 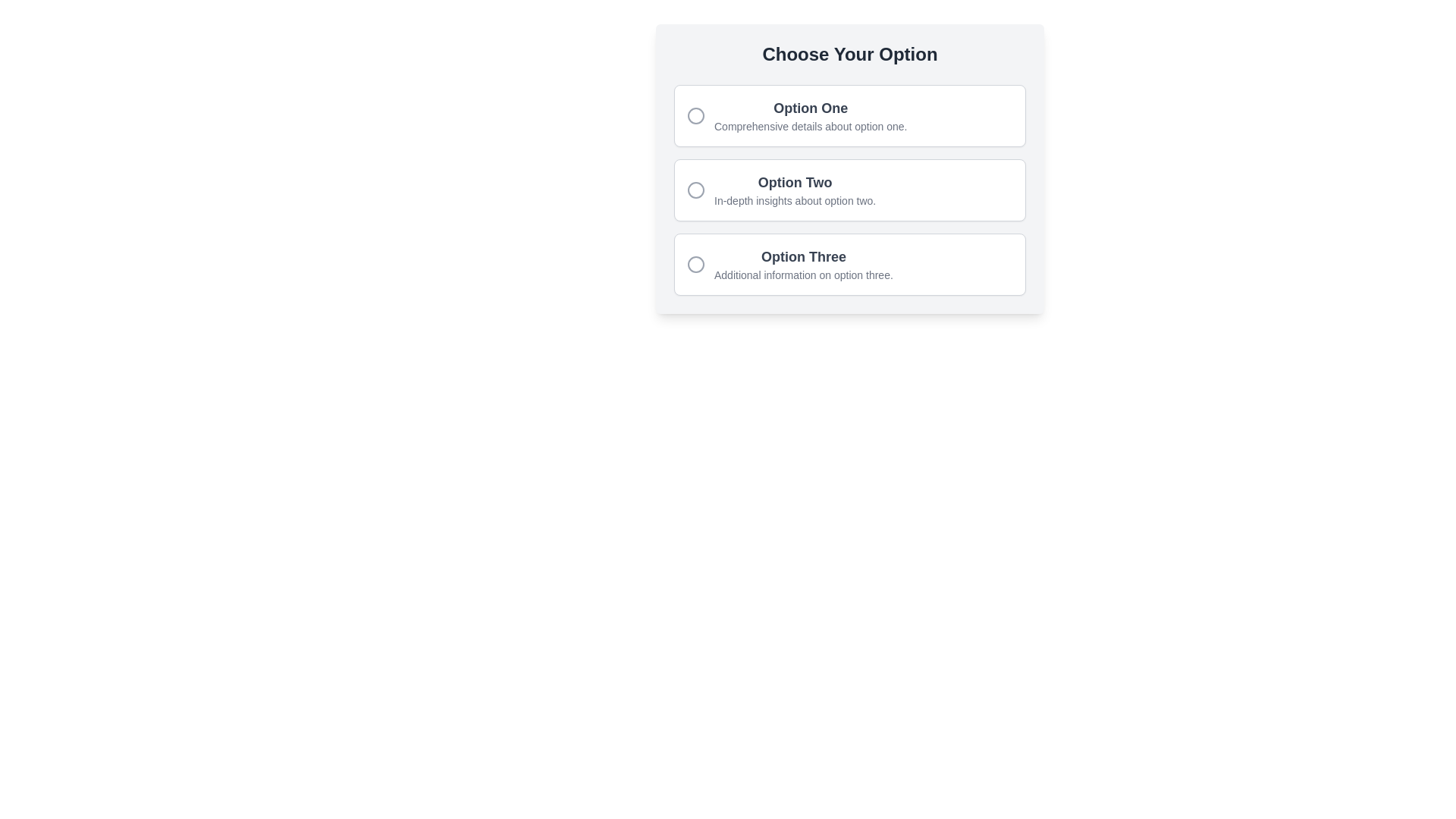 What do you see at coordinates (802, 256) in the screenshot?
I see `the Text label that serves as a title for the third option, positioned directly above the descriptive text 'Additional information on option three.'` at bounding box center [802, 256].